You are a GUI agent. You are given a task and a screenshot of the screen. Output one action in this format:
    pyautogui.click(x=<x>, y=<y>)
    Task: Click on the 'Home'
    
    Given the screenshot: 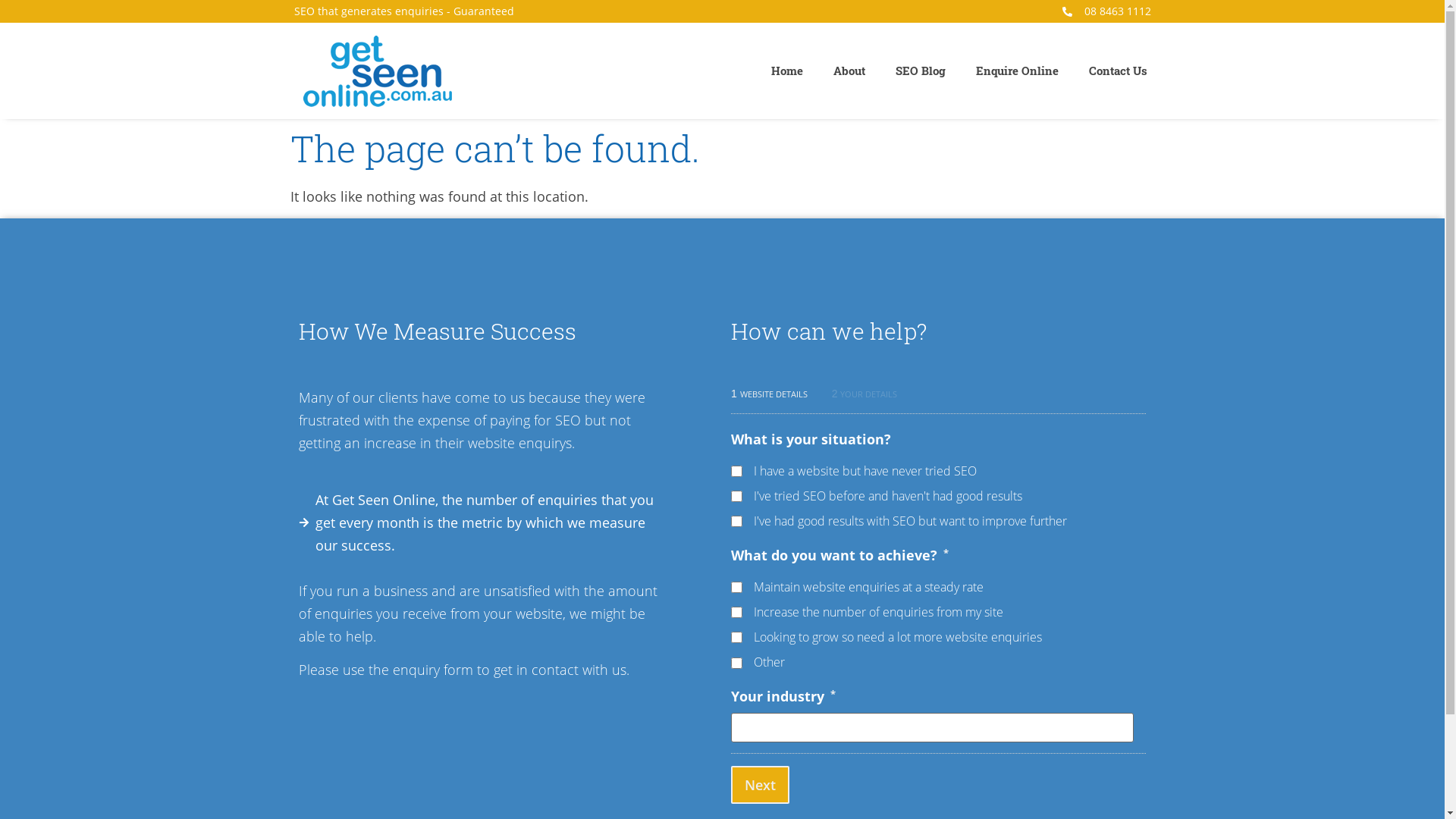 What is the action you would take?
    pyautogui.click(x=786, y=71)
    